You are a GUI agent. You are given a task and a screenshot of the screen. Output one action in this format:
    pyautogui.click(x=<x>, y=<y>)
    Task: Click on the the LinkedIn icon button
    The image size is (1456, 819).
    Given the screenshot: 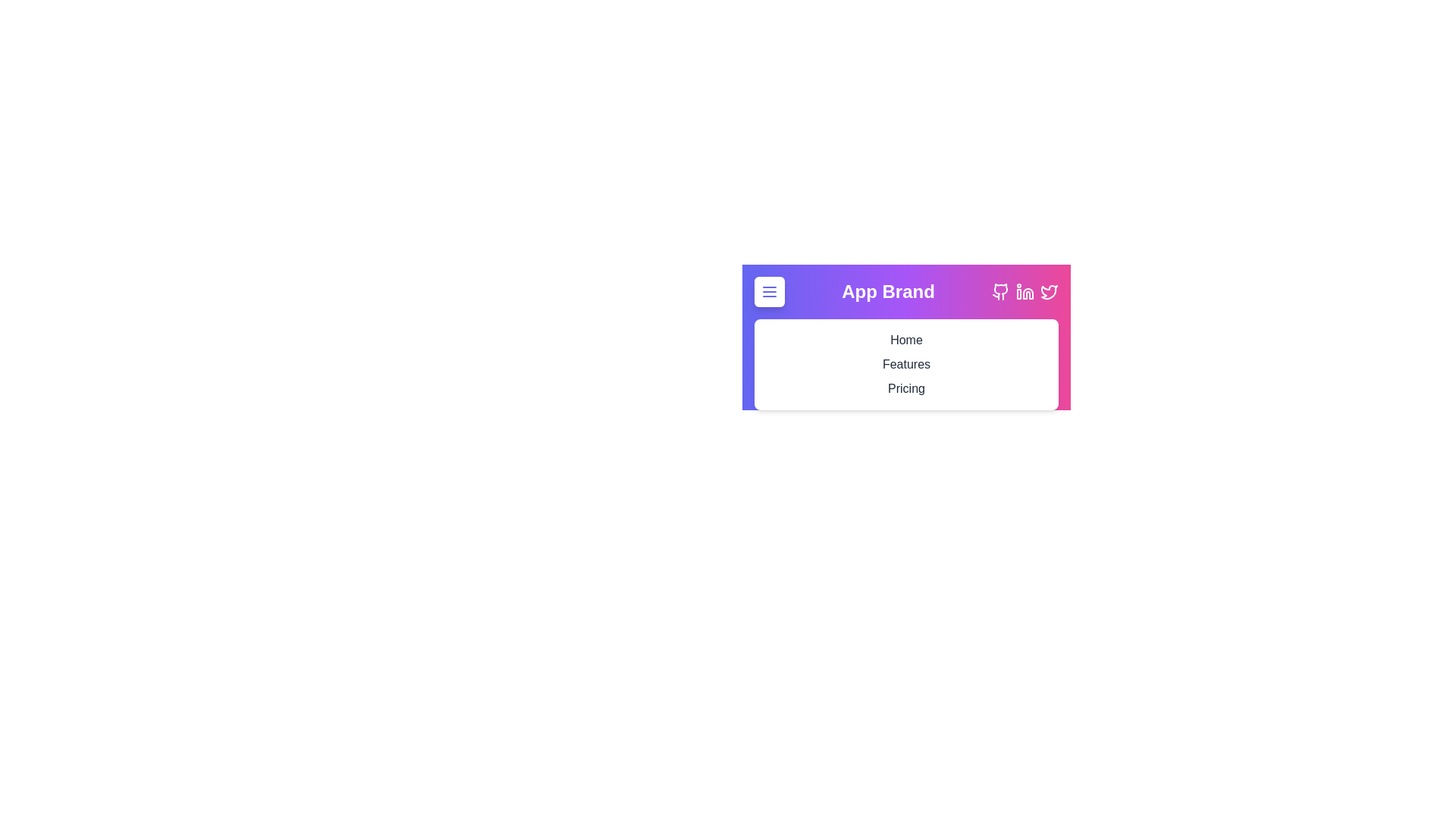 What is the action you would take?
    pyautogui.click(x=1025, y=292)
    